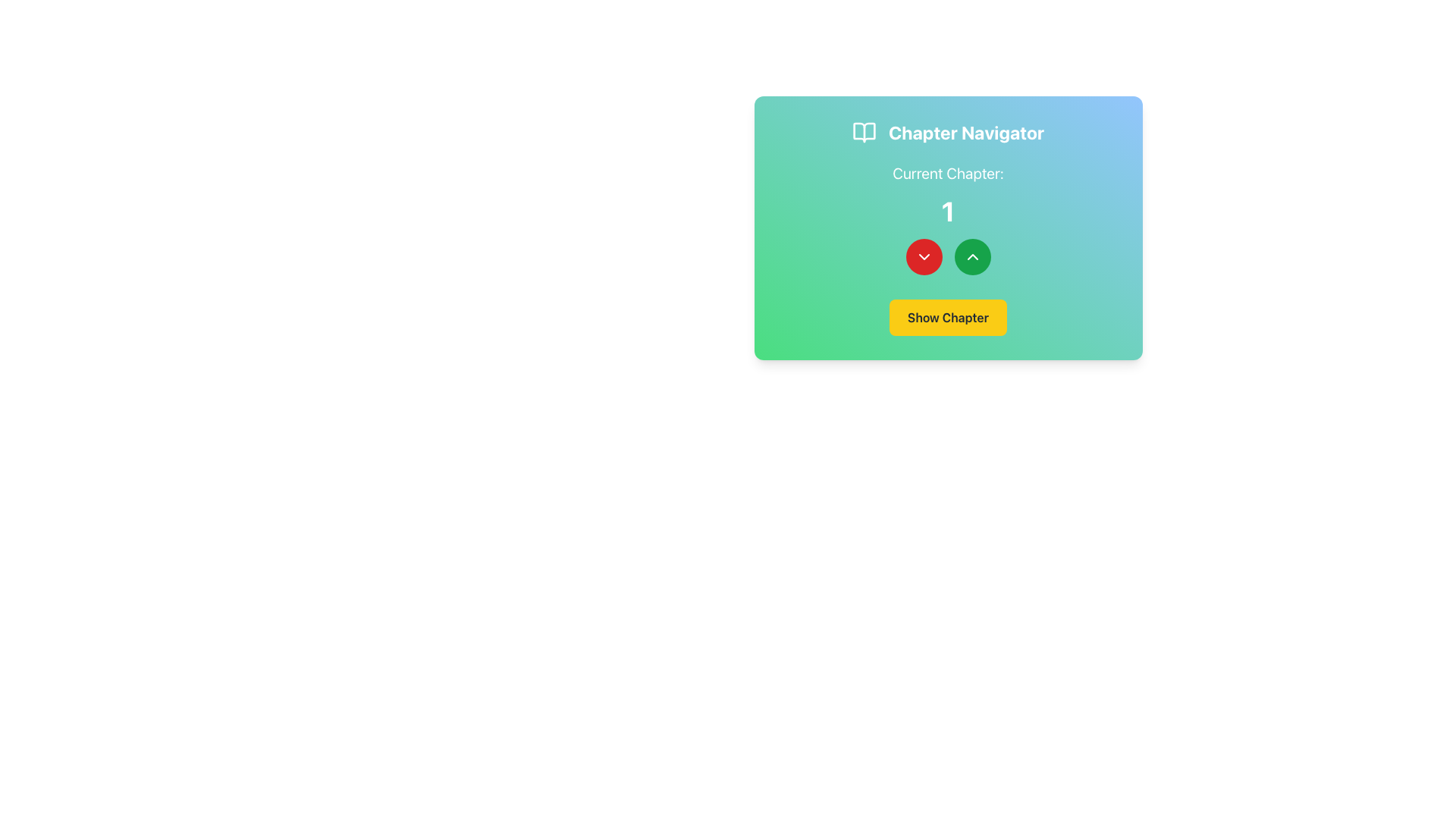 The image size is (1456, 819). Describe the element at coordinates (947, 219) in the screenshot. I see `the text display that shows 'Current Chapter:1', which is centrally located below the header 'Chapter Navigator' and above two circular buttons` at that location.